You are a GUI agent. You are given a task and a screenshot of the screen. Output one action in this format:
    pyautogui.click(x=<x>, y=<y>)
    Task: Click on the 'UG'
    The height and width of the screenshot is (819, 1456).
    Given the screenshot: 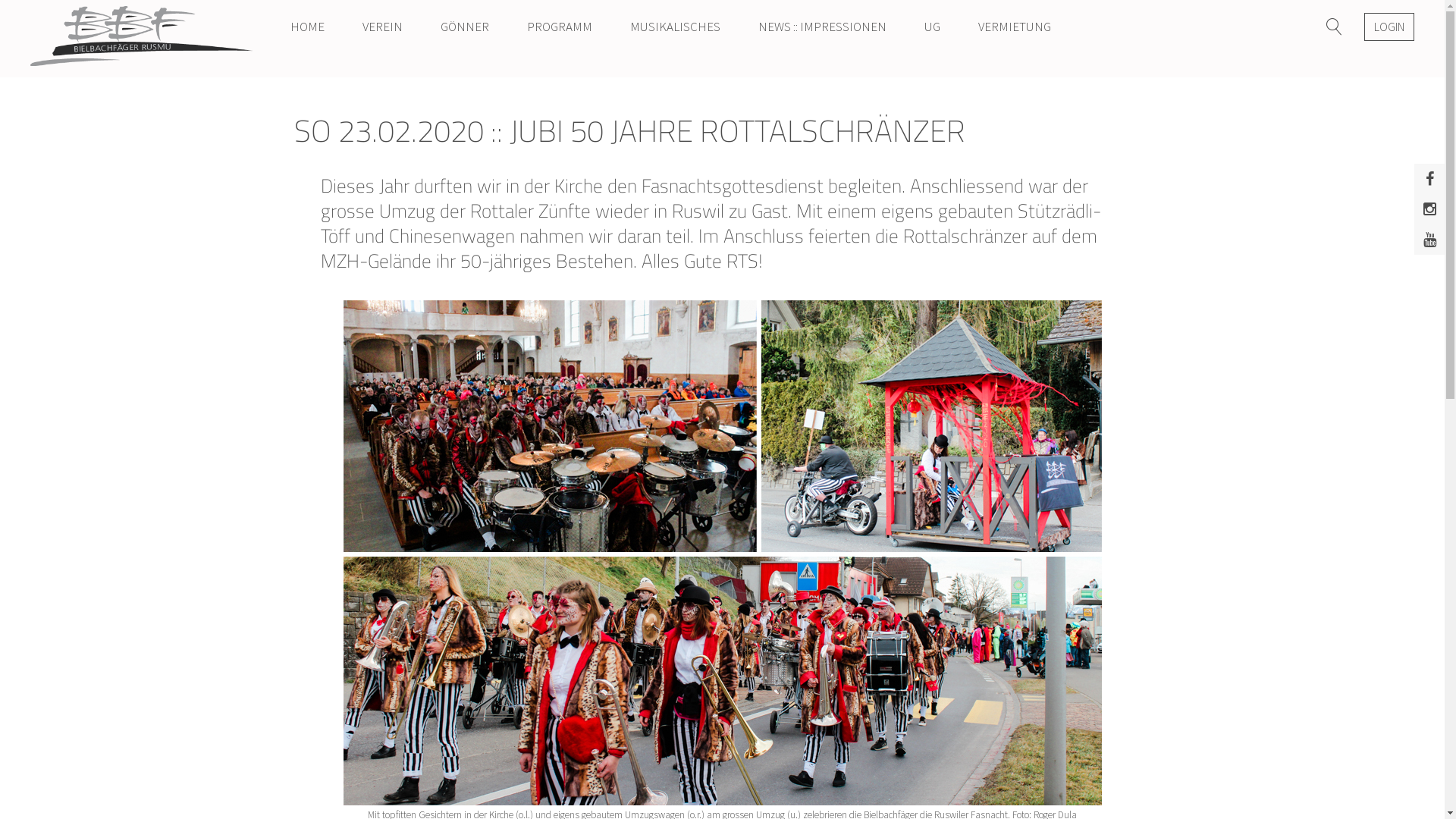 What is the action you would take?
    pyautogui.click(x=931, y=26)
    